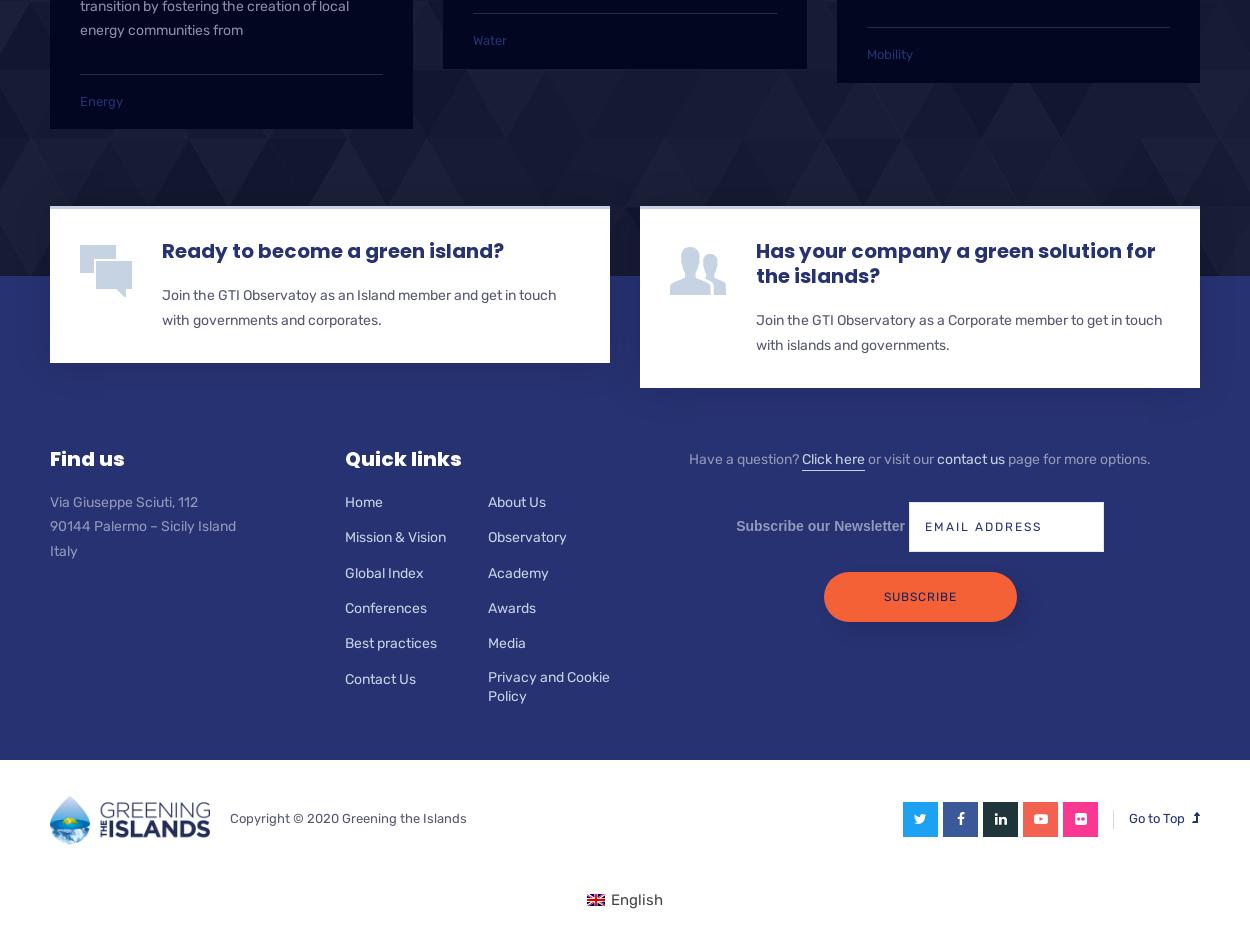  I want to click on 'Have a question?', so click(744, 457).